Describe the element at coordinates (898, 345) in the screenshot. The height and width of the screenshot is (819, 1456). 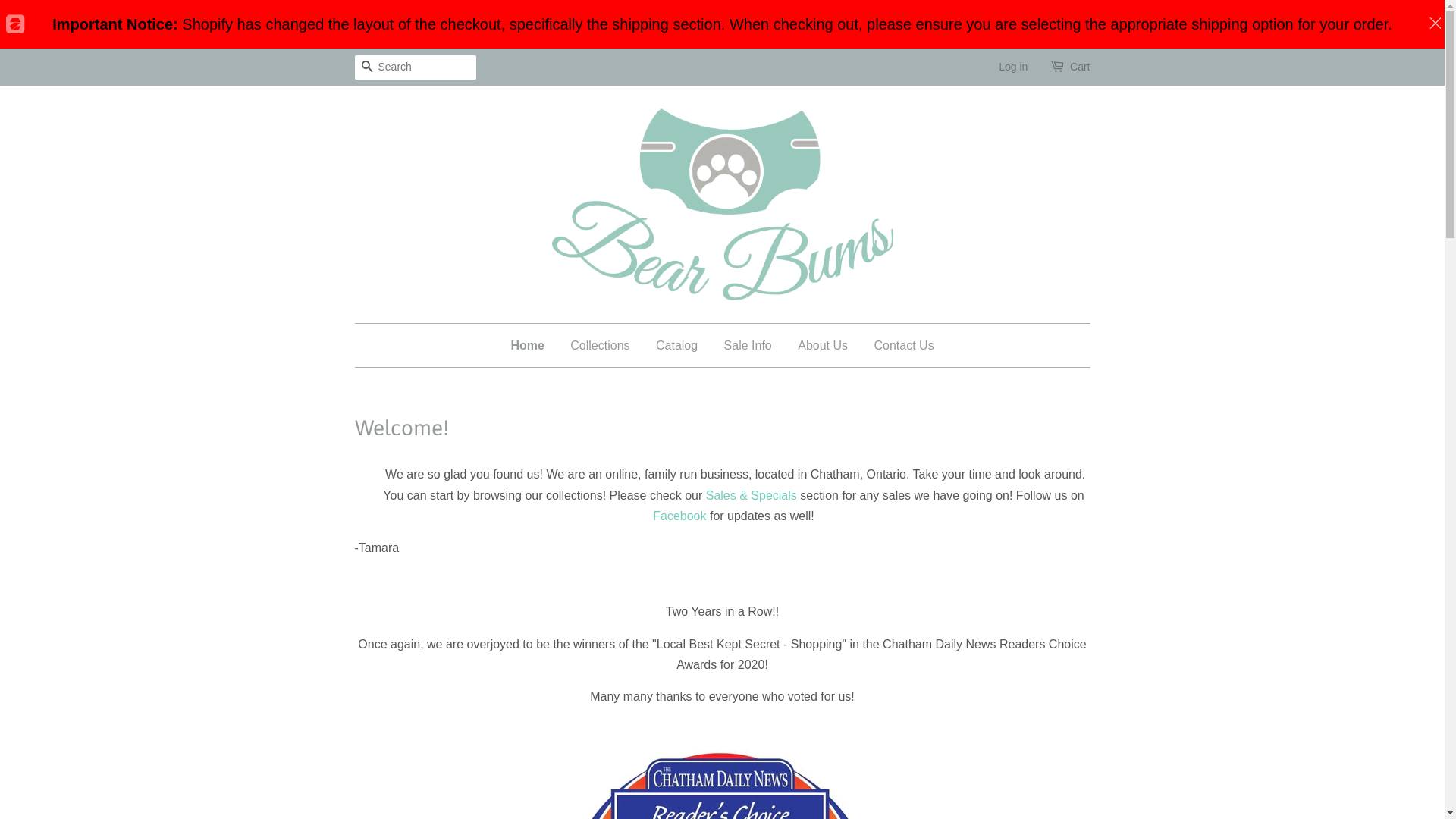
I see `'Contact Us'` at that location.